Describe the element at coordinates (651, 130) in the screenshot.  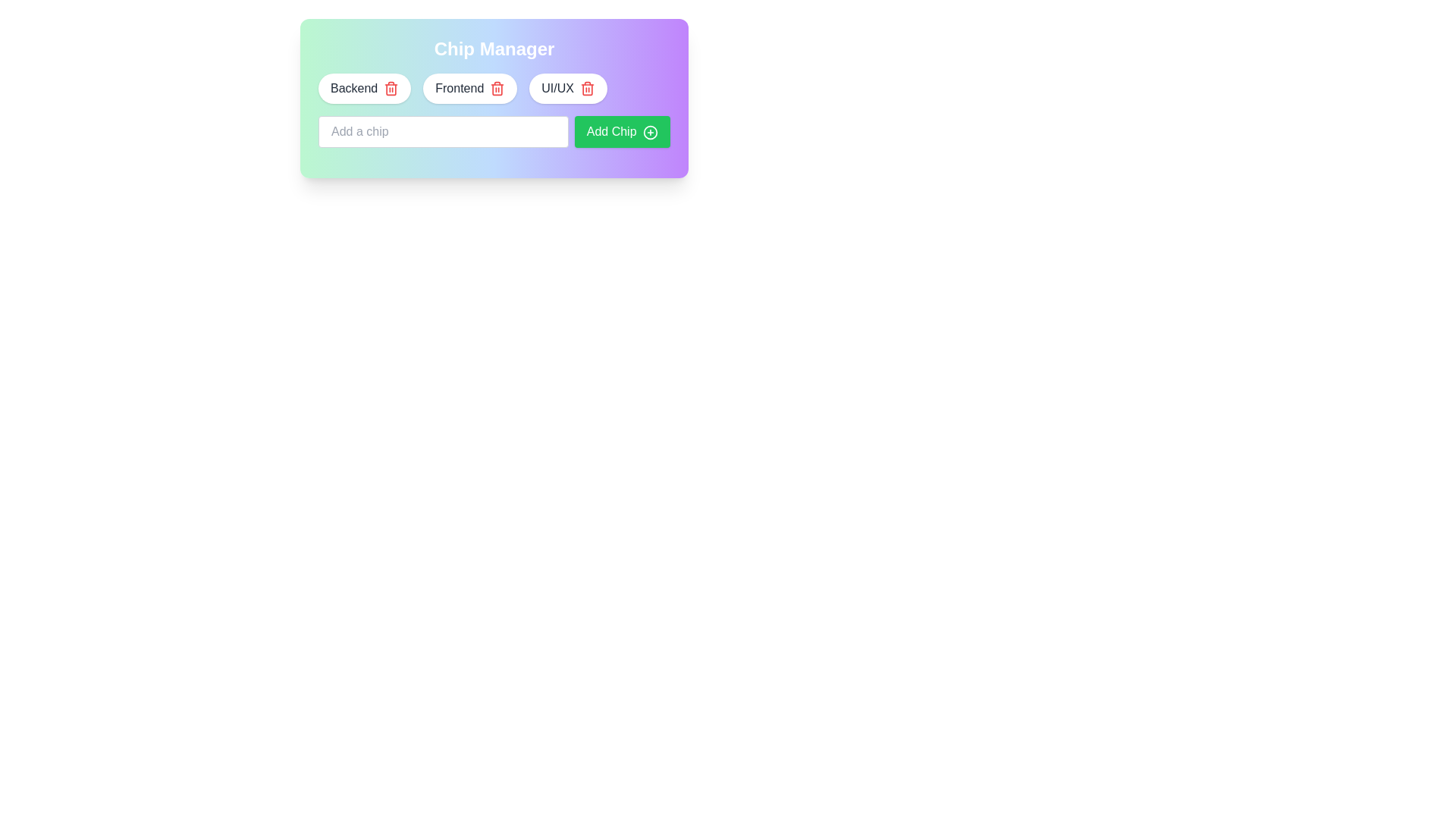
I see `the icon button located at the far-right side of the 'Add Chip' button in the bottom-right corner of the chip management section` at that location.